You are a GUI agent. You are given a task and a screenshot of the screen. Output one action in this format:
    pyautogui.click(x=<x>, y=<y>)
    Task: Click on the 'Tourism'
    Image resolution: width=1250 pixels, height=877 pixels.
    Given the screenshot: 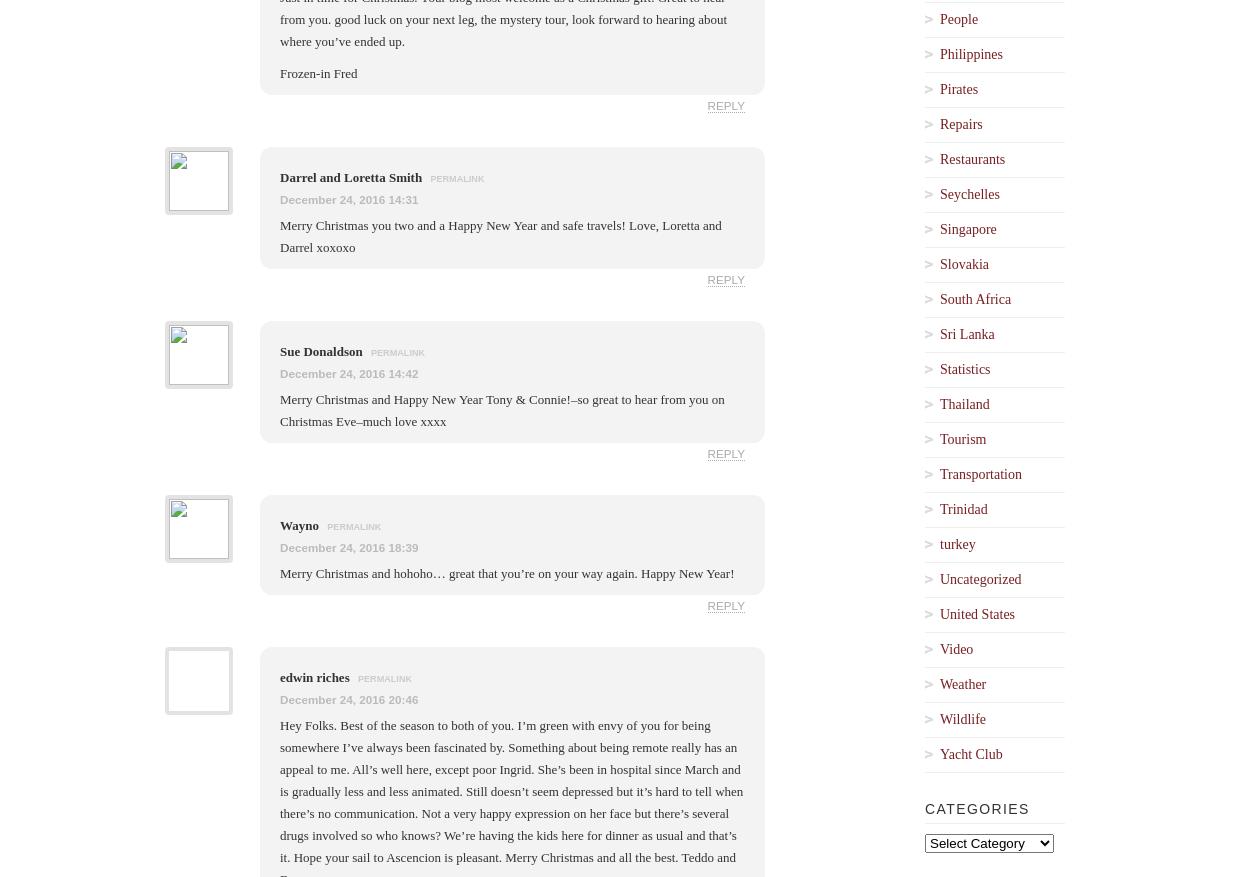 What is the action you would take?
    pyautogui.click(x=962, y=438)
    